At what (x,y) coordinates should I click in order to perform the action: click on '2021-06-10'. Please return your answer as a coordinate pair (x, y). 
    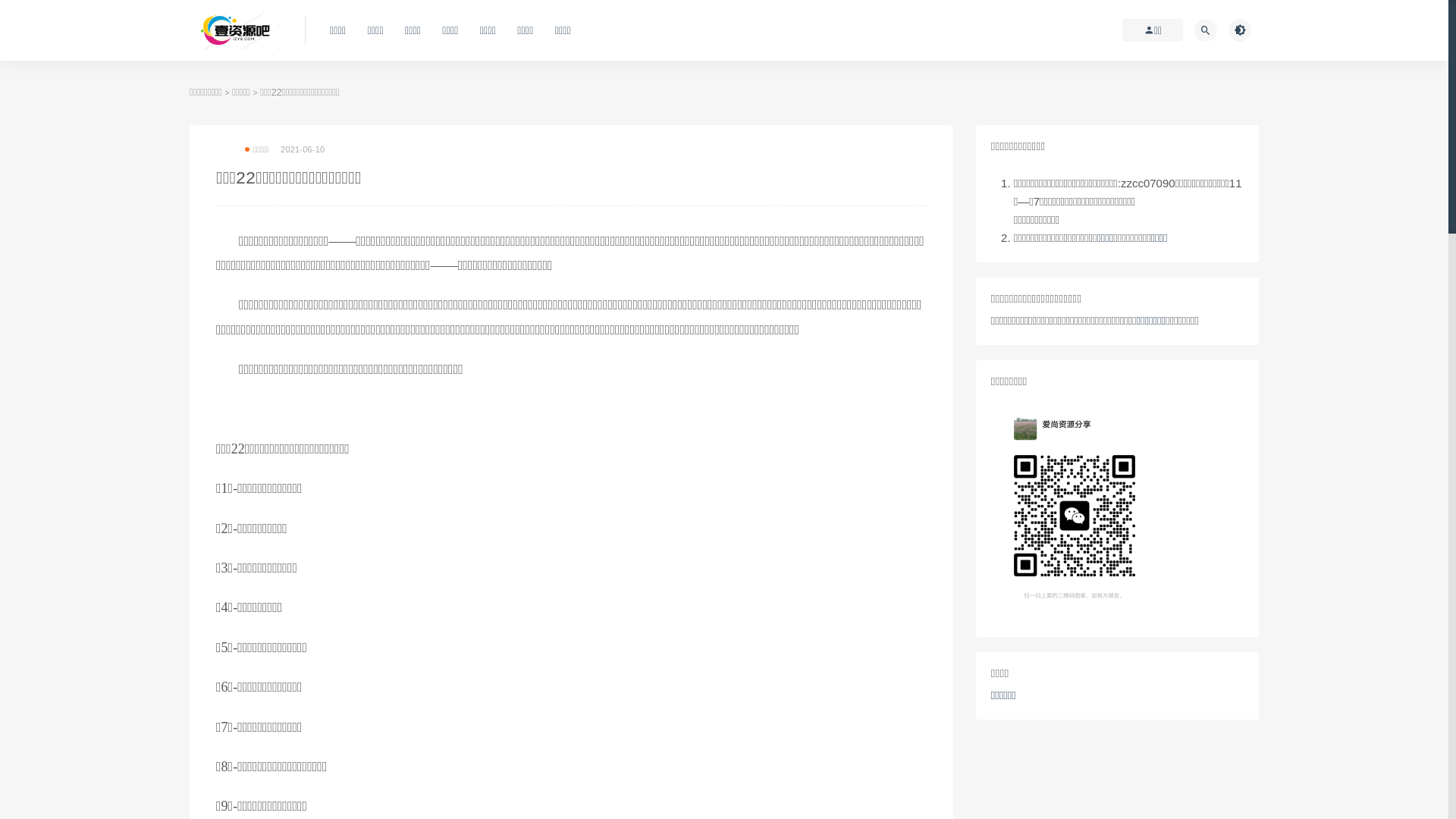
    Looking at the image, I should click on (302, 149).